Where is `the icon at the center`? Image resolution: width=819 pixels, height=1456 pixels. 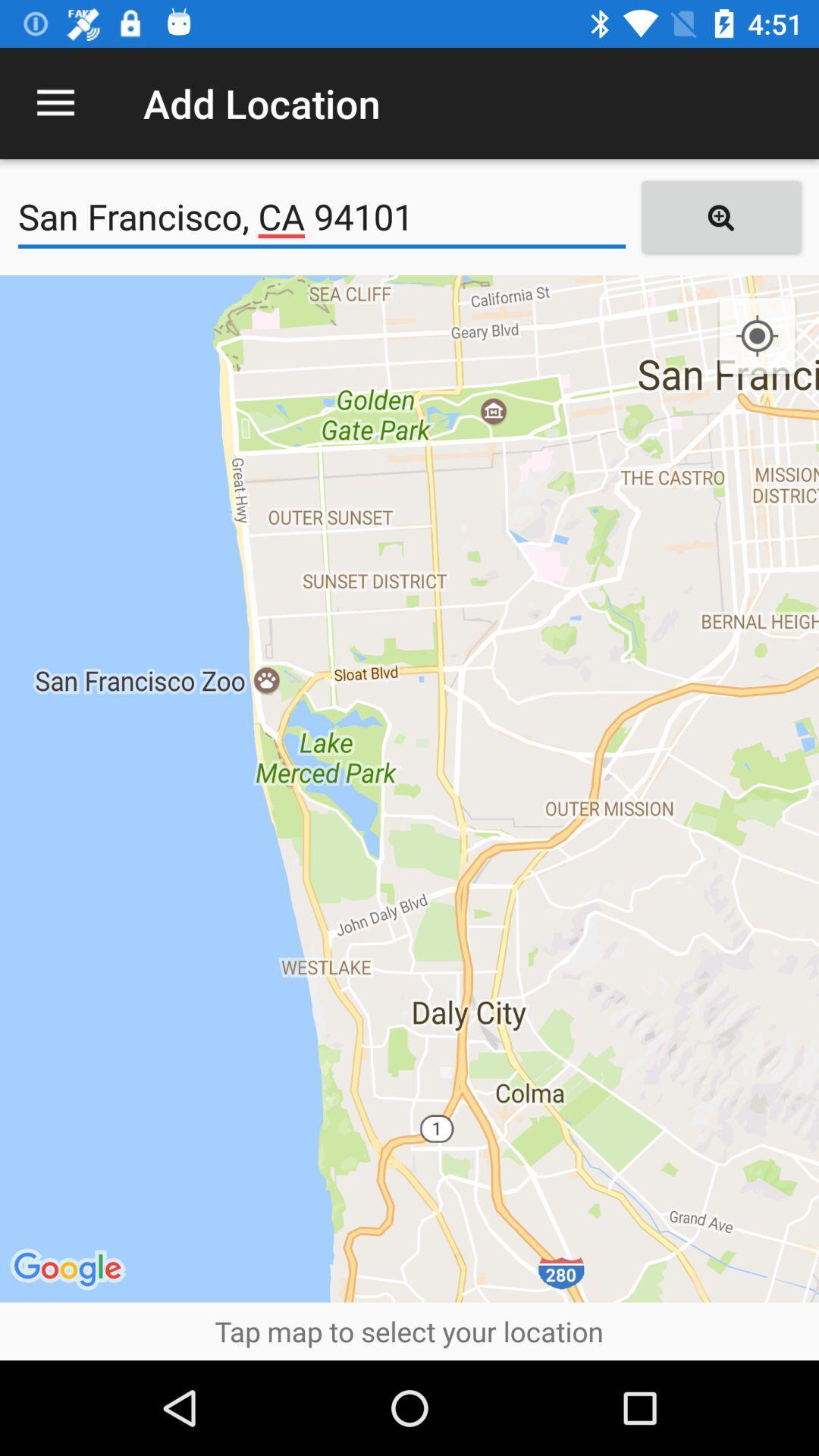 the icon at the center is located at coordinates (409, 789).